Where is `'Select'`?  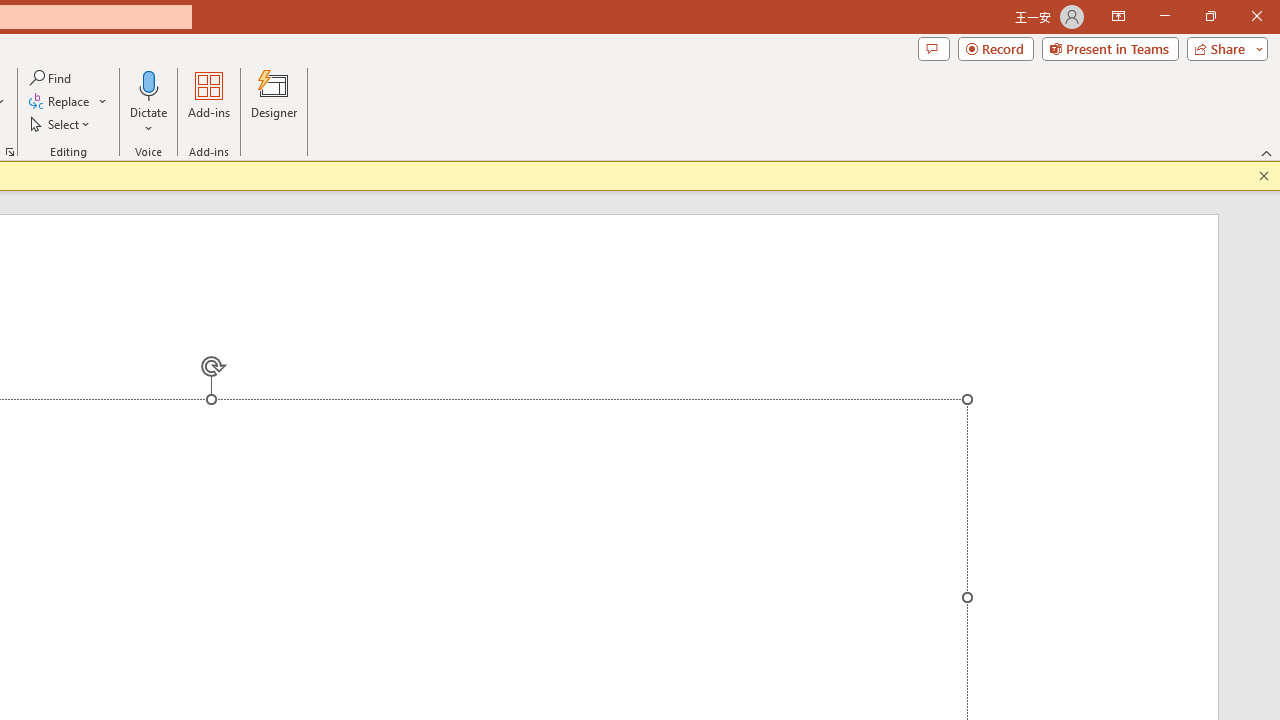
'Select' is located at coordinates (61, 124).